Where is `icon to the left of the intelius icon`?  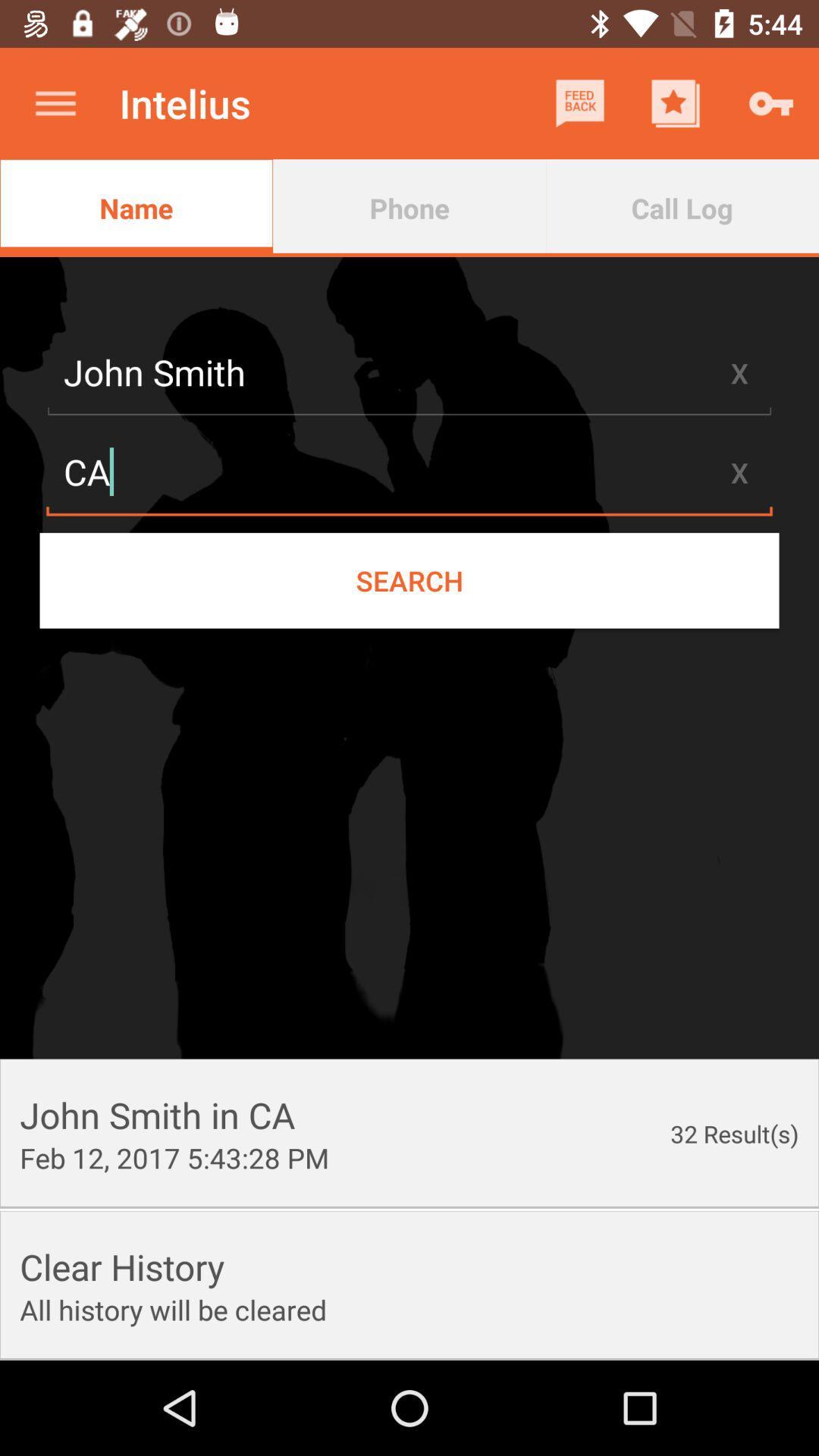
icon to the left of the intelius icon is located at coordinates (55, 102).